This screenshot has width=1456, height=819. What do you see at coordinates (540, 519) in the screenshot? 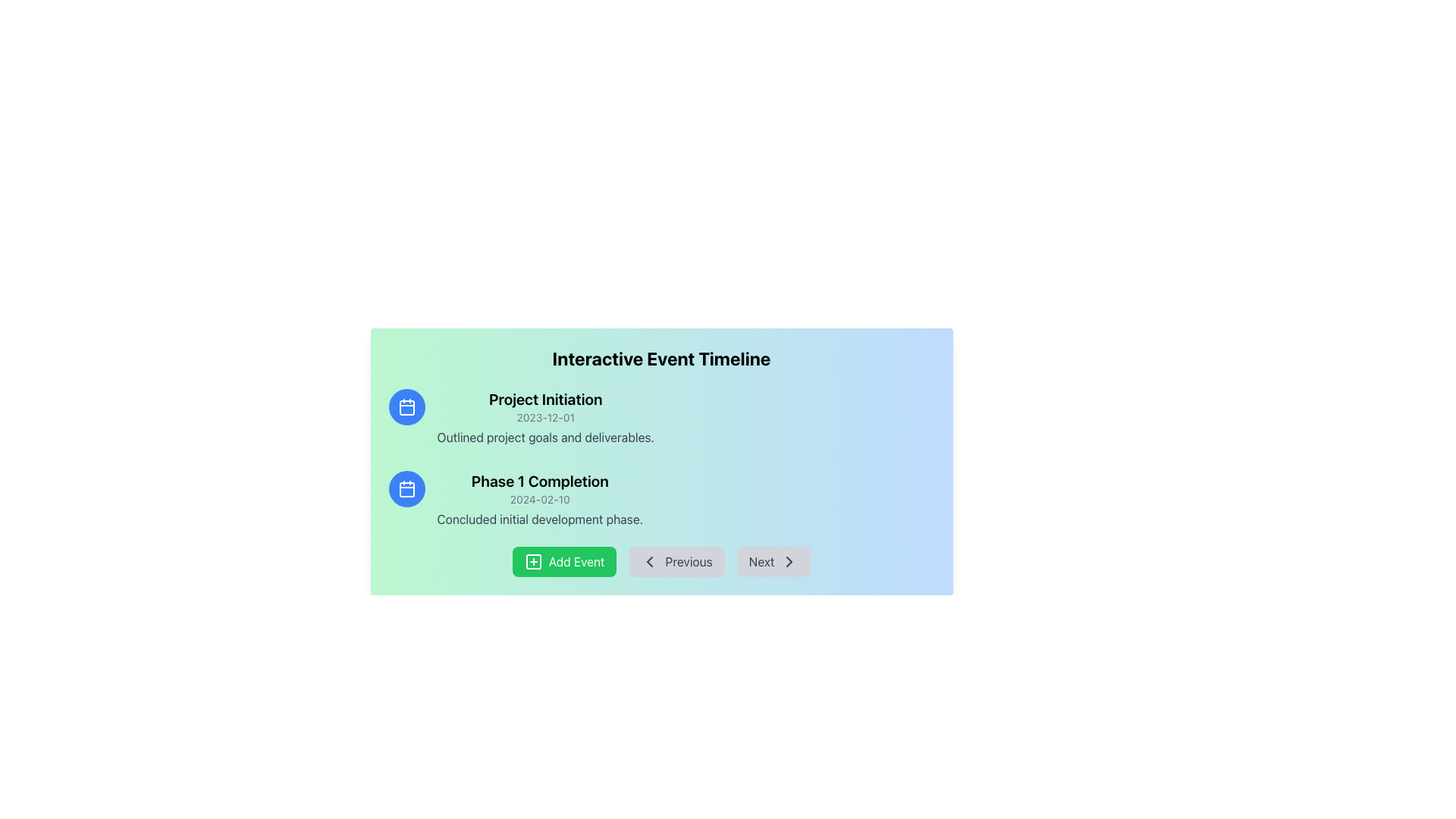
I see `the text label reading 'Concluded initial development phase.' which is displayed in gray on a light green background, positioned below '2024-02-10' in the 'Phase 1 Completion' section` at bounding box center [540, 519].